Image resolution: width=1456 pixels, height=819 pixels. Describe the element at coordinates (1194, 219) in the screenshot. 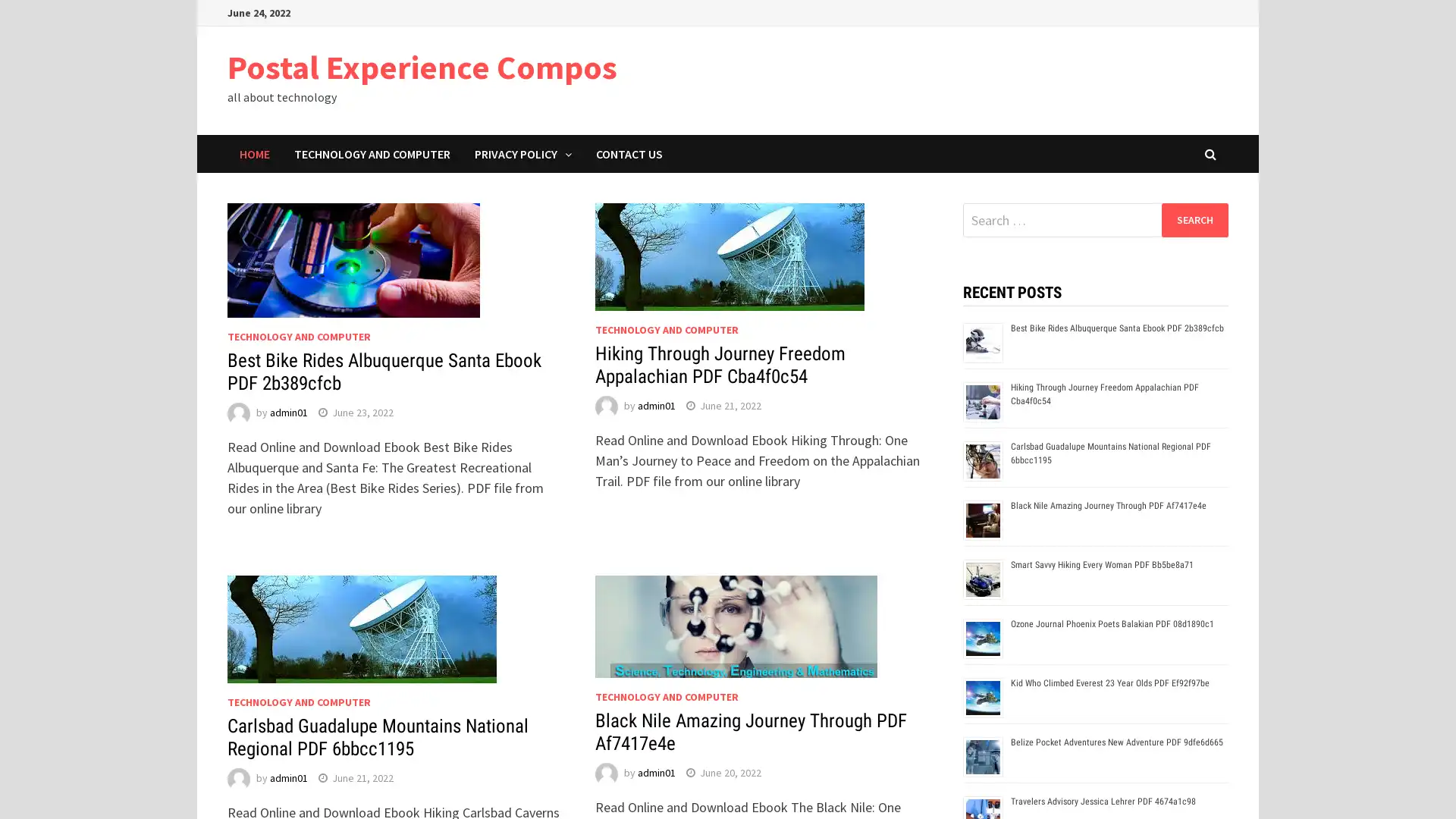

I see `Search` at that location.